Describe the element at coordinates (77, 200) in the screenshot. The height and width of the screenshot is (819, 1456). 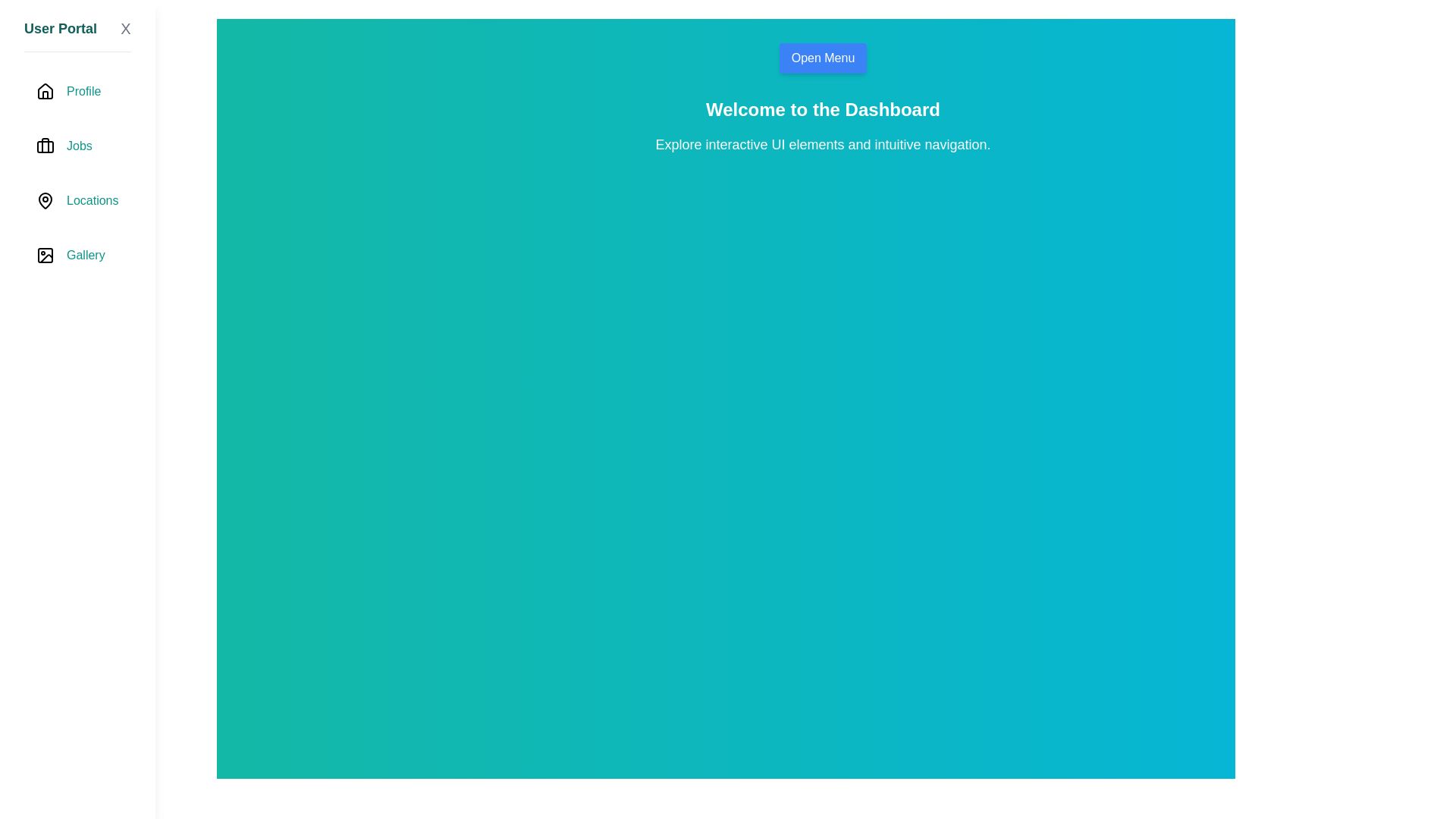
I see `the navigation item labeled Locations` at that location.